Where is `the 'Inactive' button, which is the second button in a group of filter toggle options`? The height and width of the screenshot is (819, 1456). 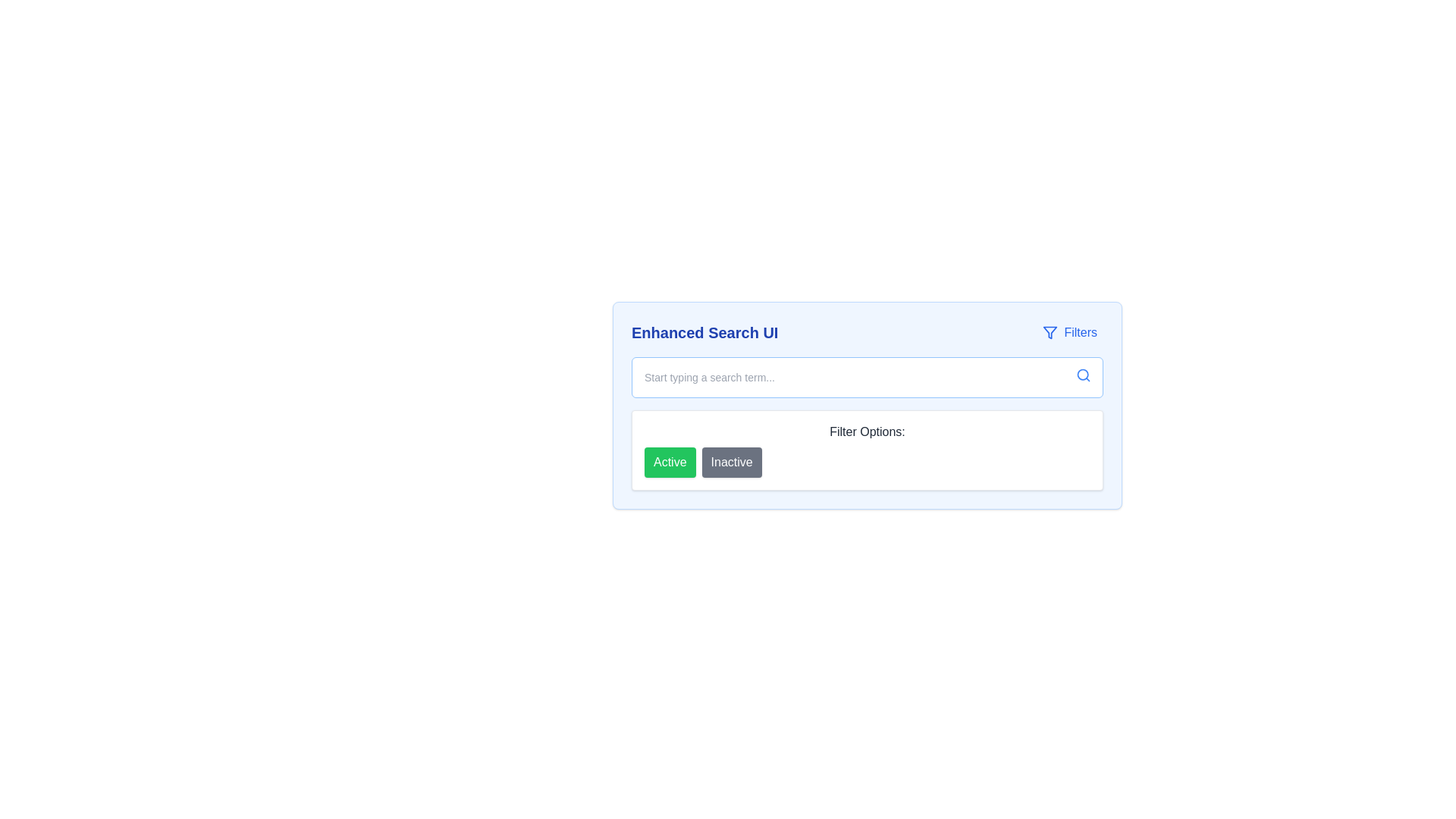
the 'Inactive' button, which is the second button in a group of filter toggle options is located at coordinates (731, 461).